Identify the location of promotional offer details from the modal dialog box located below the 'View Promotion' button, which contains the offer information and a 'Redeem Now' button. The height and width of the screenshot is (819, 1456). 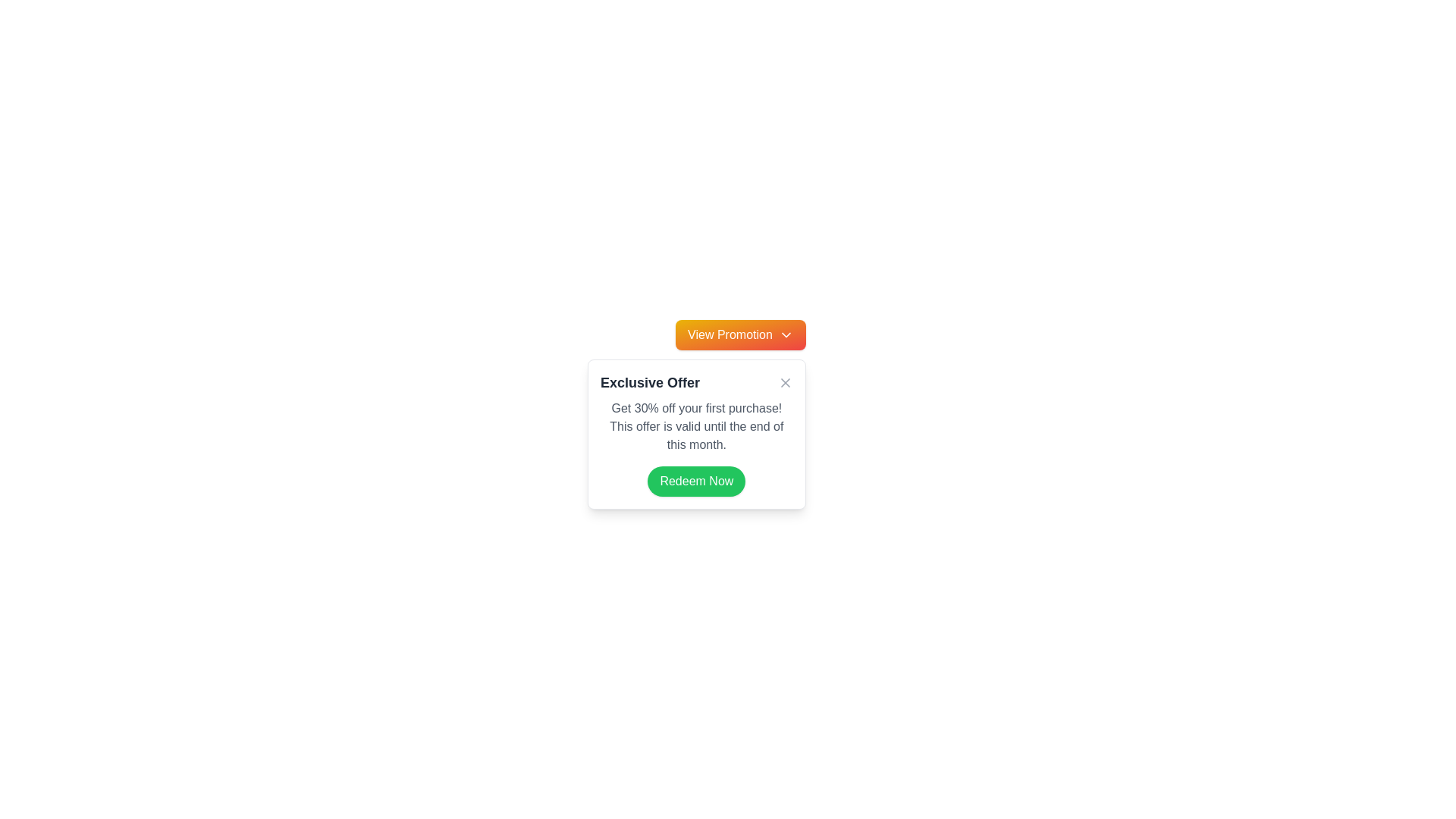
(695, 435).